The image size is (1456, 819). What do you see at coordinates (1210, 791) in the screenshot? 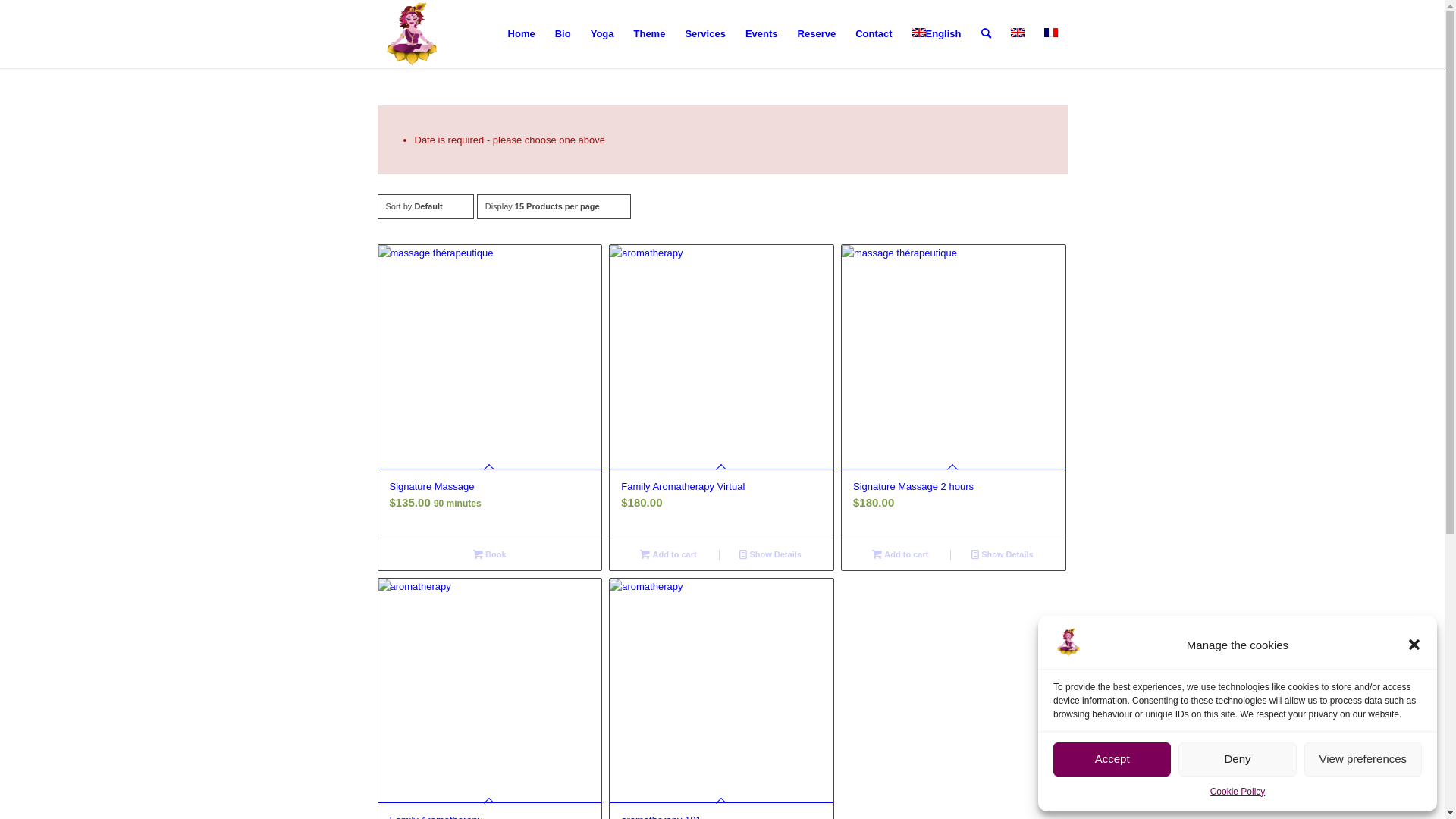
I see `'Cookie Policy'` at bounding box center [1210, 791].